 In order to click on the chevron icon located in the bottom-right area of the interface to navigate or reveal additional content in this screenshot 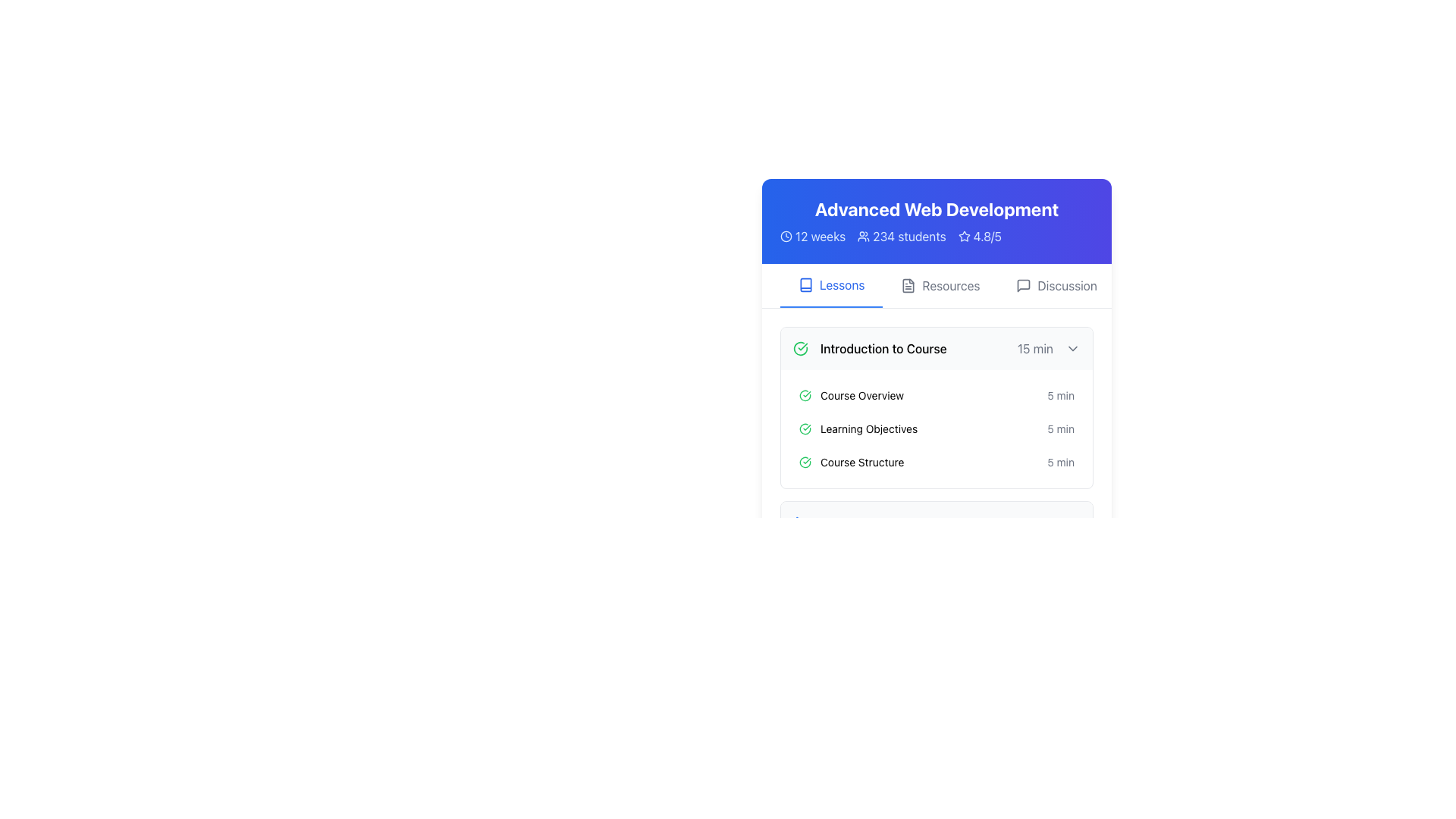, I will do `click(1072, 522)`.